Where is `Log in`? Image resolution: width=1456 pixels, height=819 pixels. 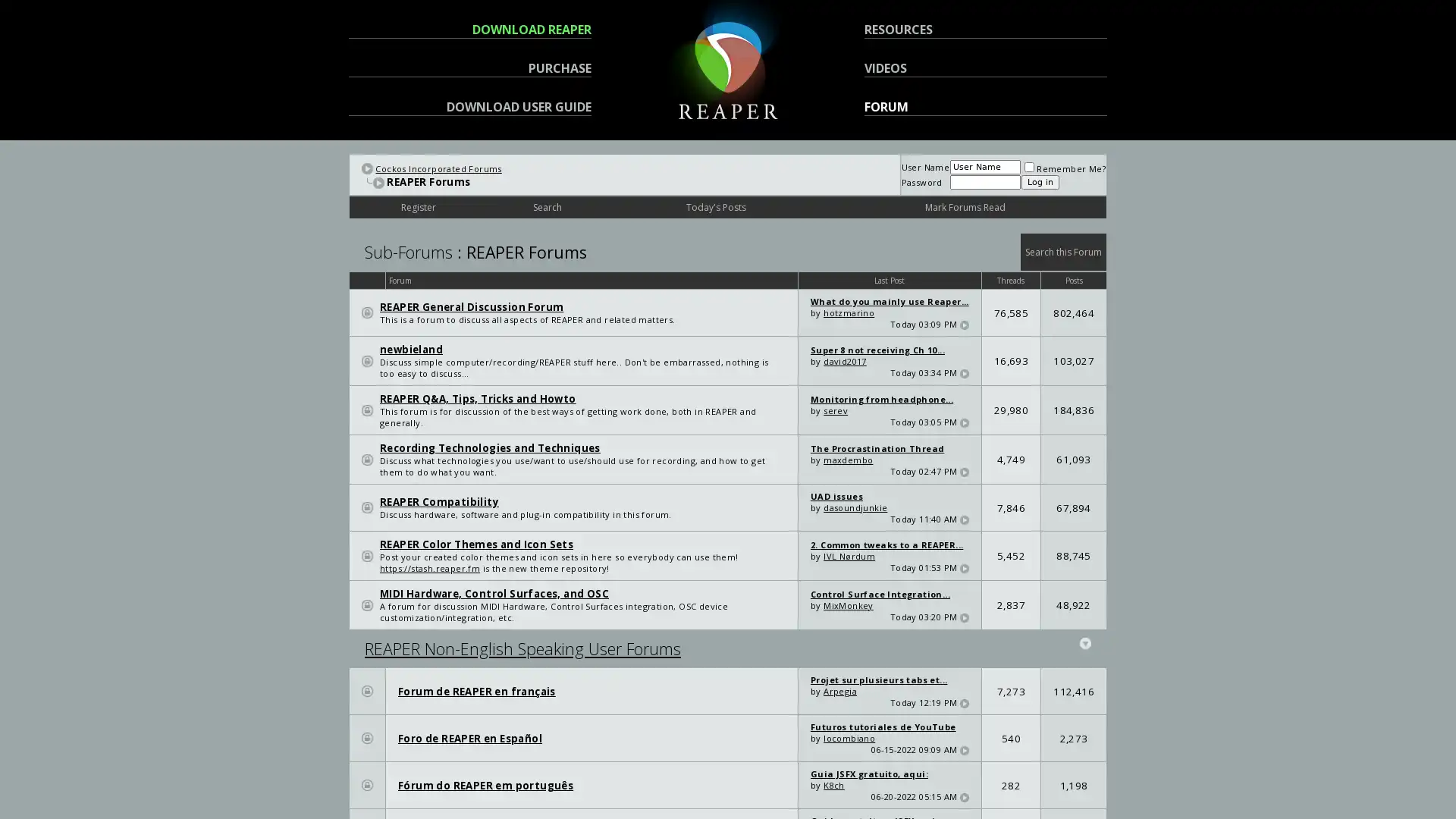
Log in is located at coordinates (1040, 181).